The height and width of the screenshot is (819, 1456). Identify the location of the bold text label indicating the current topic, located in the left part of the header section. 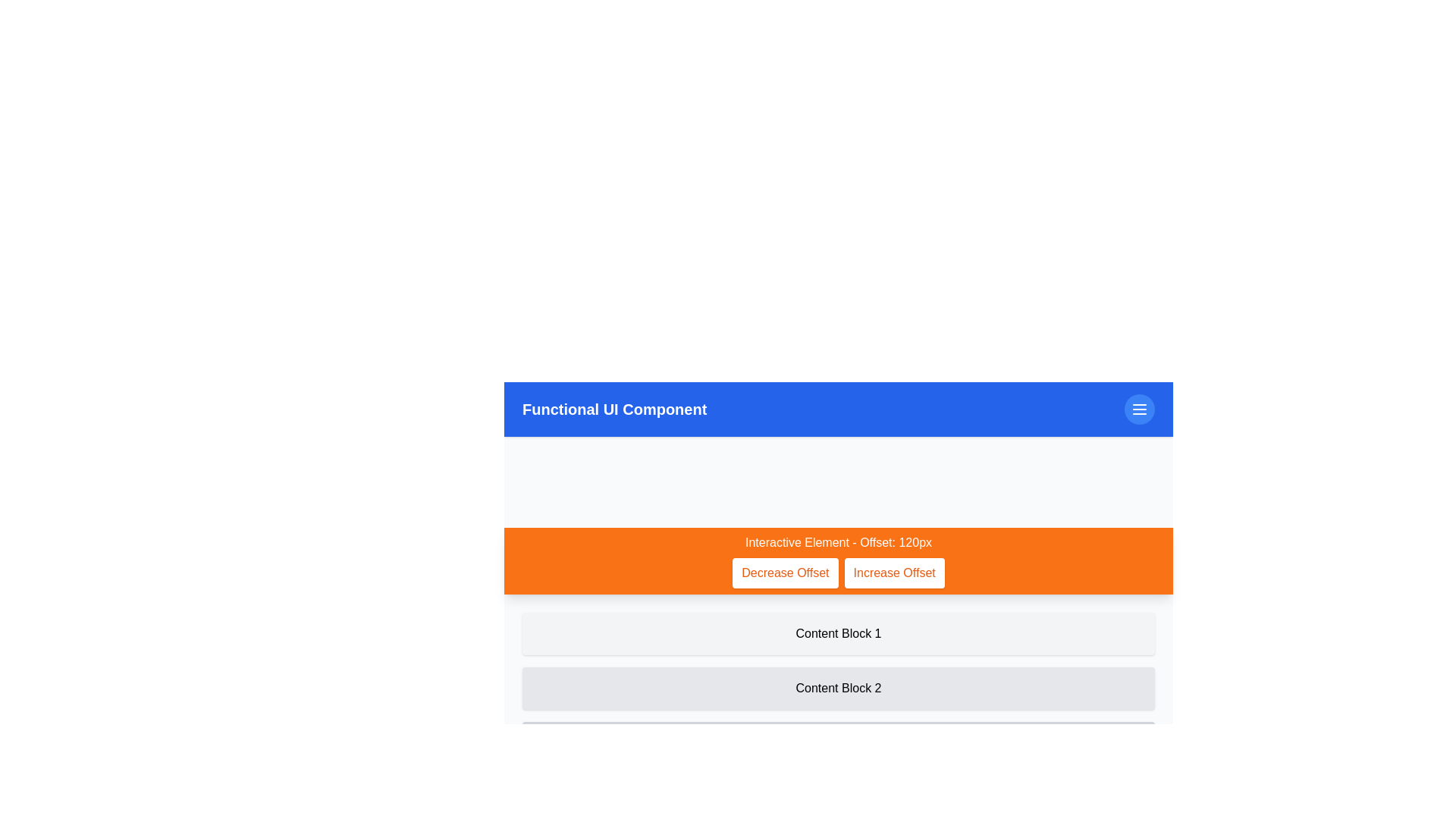
(614, 409).